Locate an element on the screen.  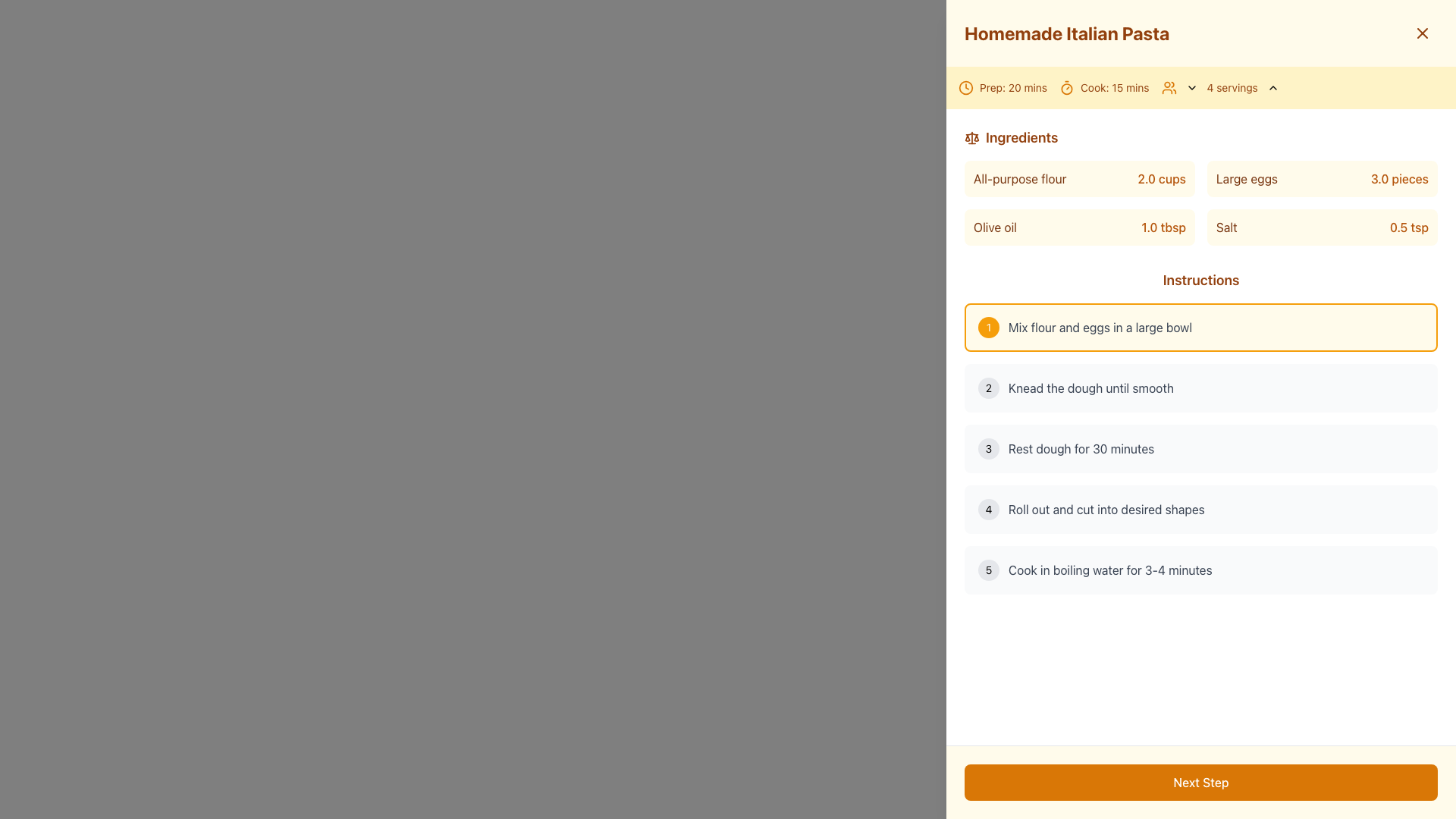
the Step indicator which is a circular icon with a light gray background and a black numeral '3' centered within it, located to the left of the text 'Rest dough for 30 minutes' is located at coordinates (989, 447).